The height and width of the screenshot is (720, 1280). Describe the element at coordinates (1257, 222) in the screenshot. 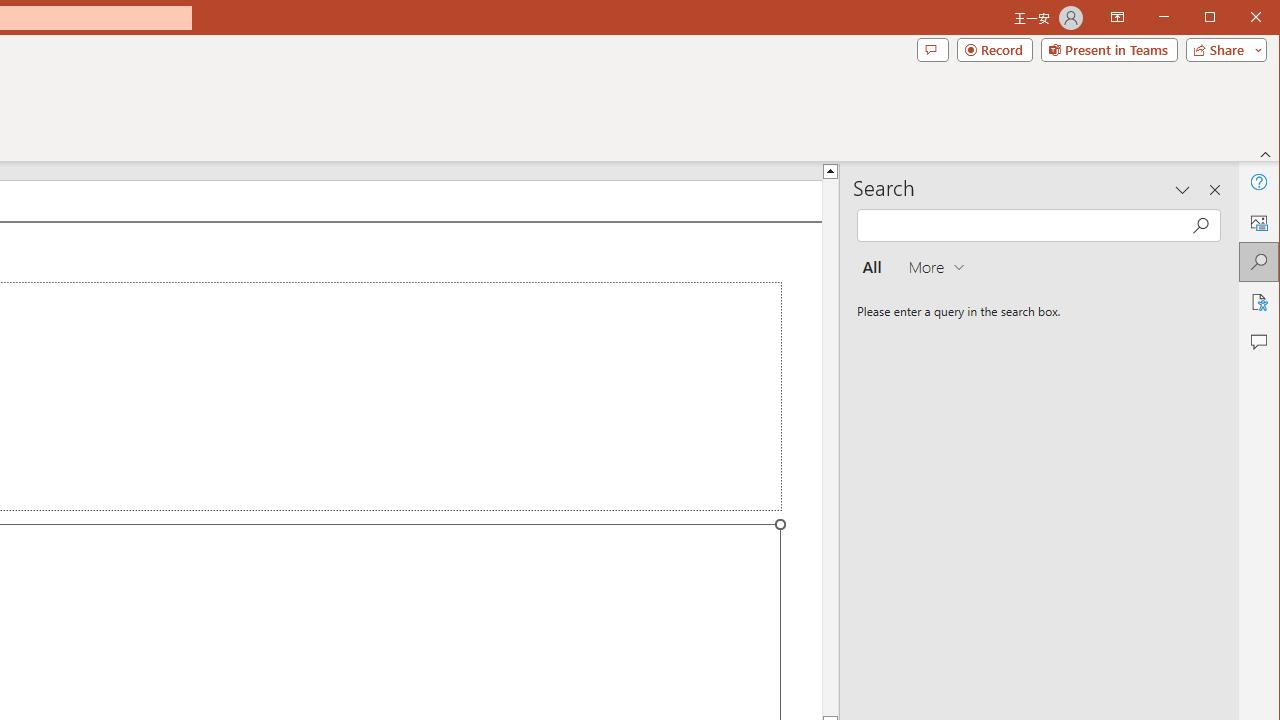

I see `'Alt Text'` at that location.